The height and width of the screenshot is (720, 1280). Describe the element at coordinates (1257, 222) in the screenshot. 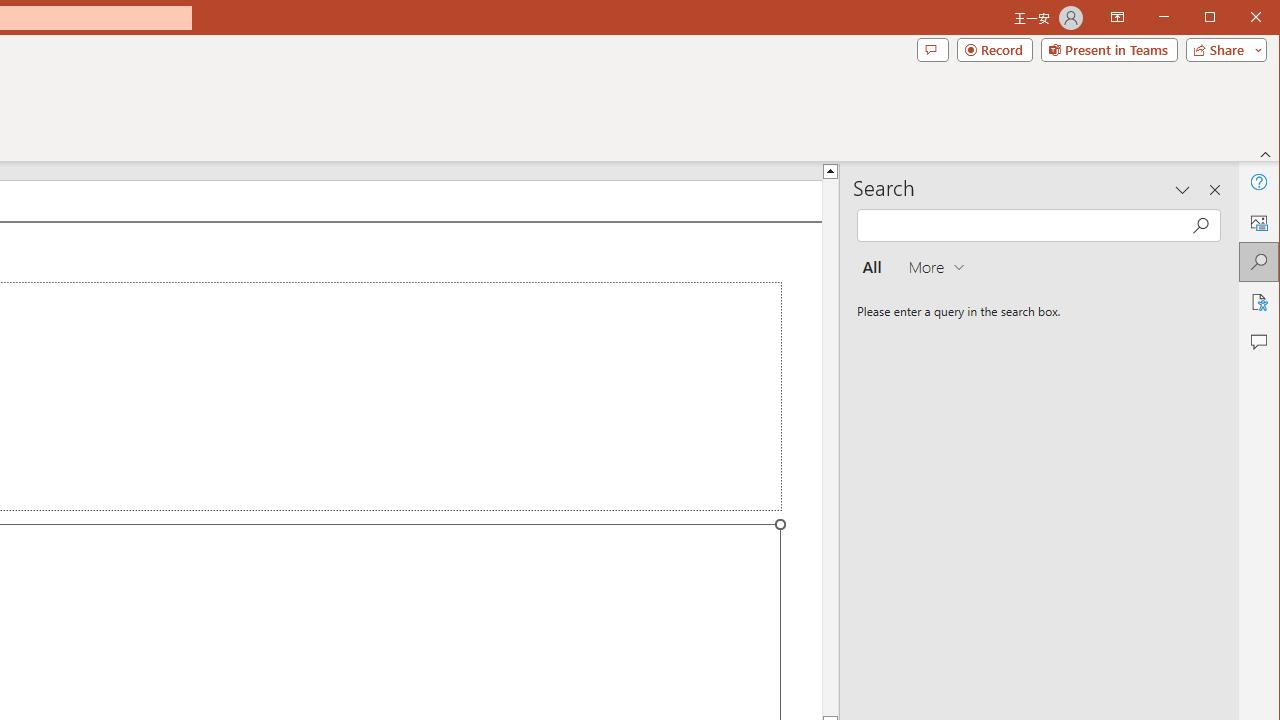

I see `'Alt Text'` at that location.